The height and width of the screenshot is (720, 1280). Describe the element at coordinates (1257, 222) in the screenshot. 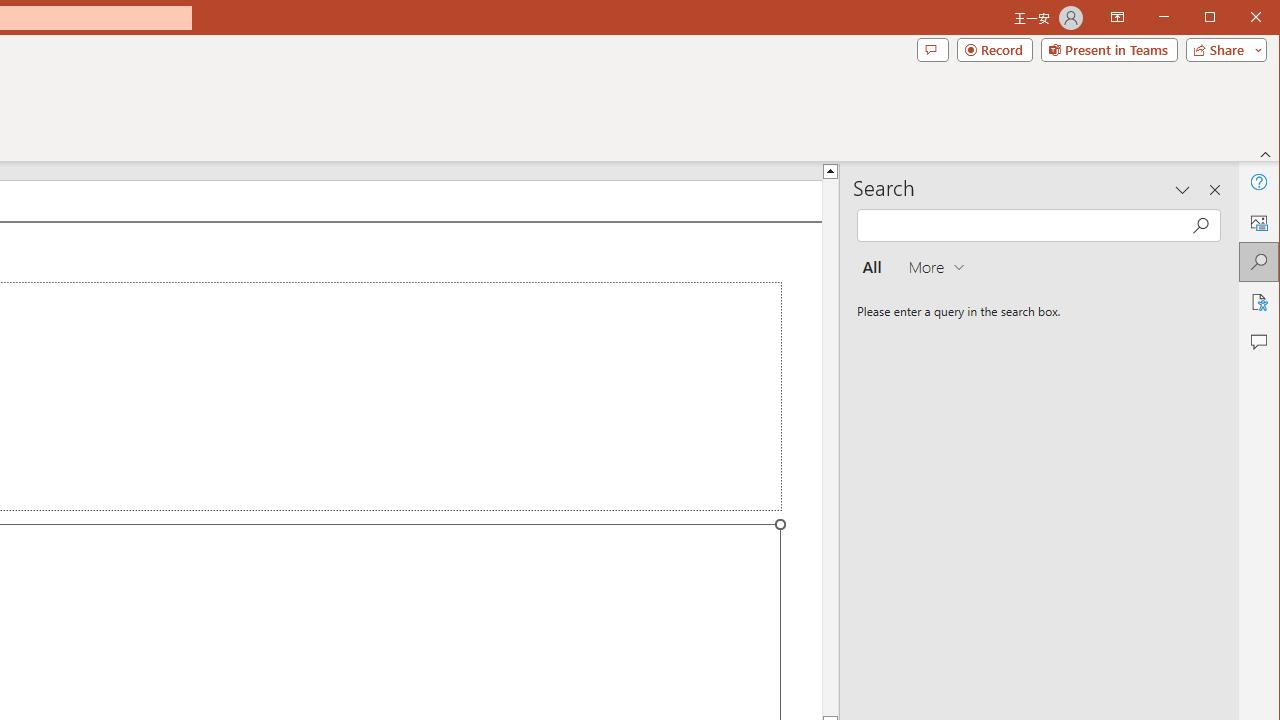

I see `'Alt Text'` at that location.